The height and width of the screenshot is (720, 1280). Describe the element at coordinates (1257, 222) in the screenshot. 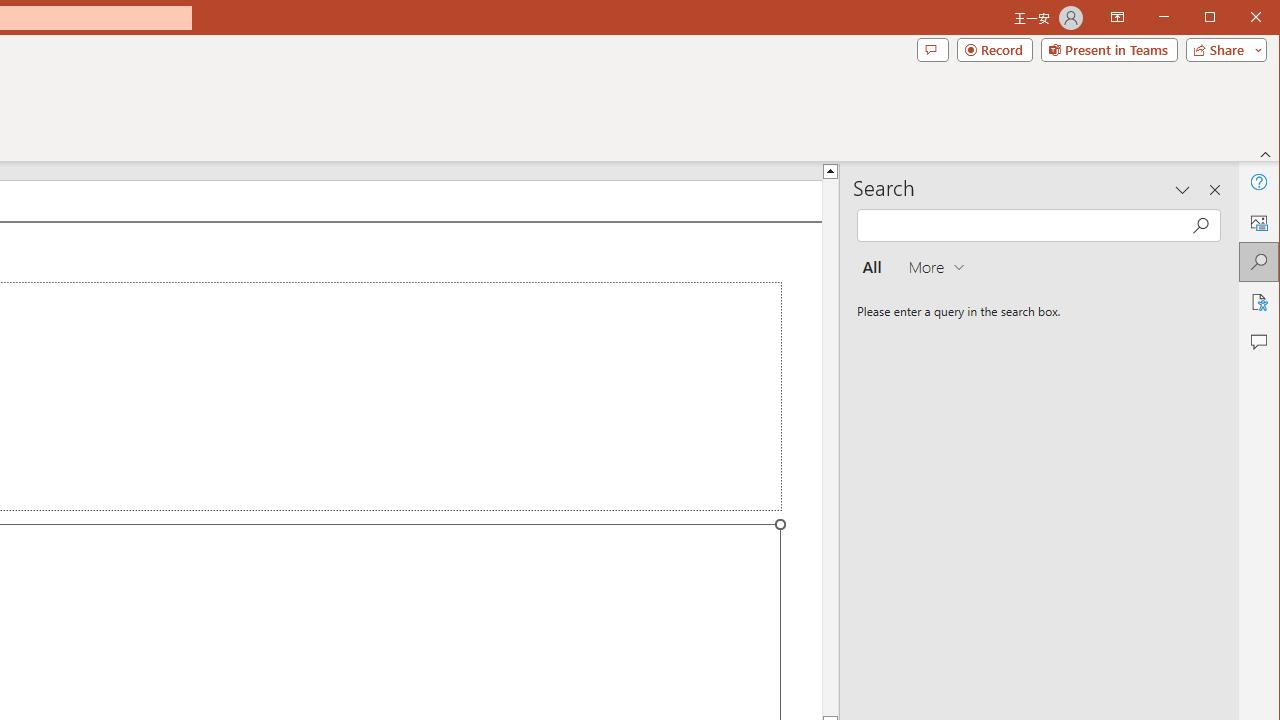

I see `'Alt Text'` at that location.